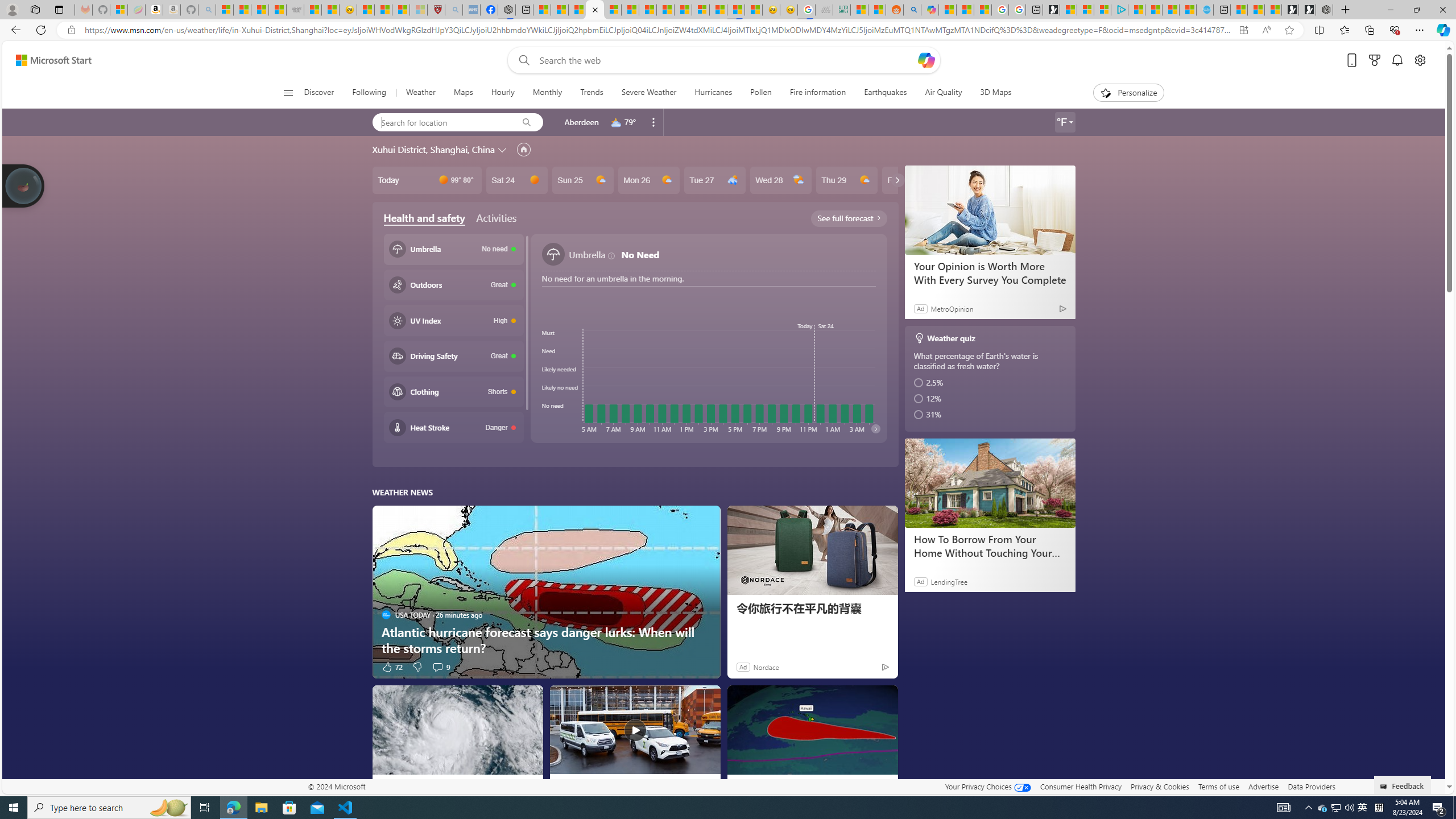 The height and width of the screenshot is (819, 1456). What do you see at coordinates (420, 92) in the screenshot?
I see `'Weather'` at bounding box center [420, 92].